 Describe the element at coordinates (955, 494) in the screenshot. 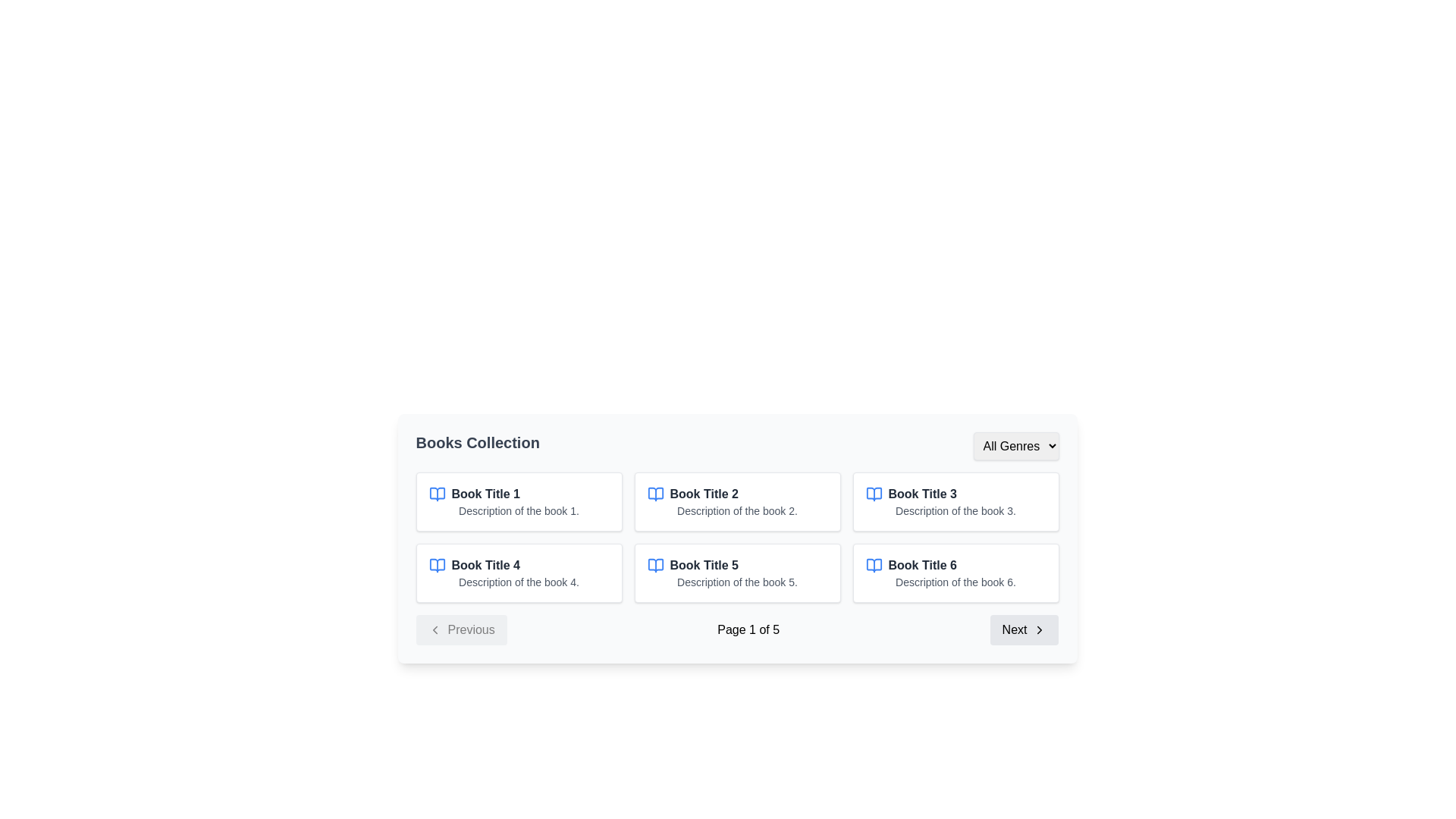

I see `text description for the book titled 'Book Title 3' located at the top-right of the first row in the 'Books Collection' section` at that location.